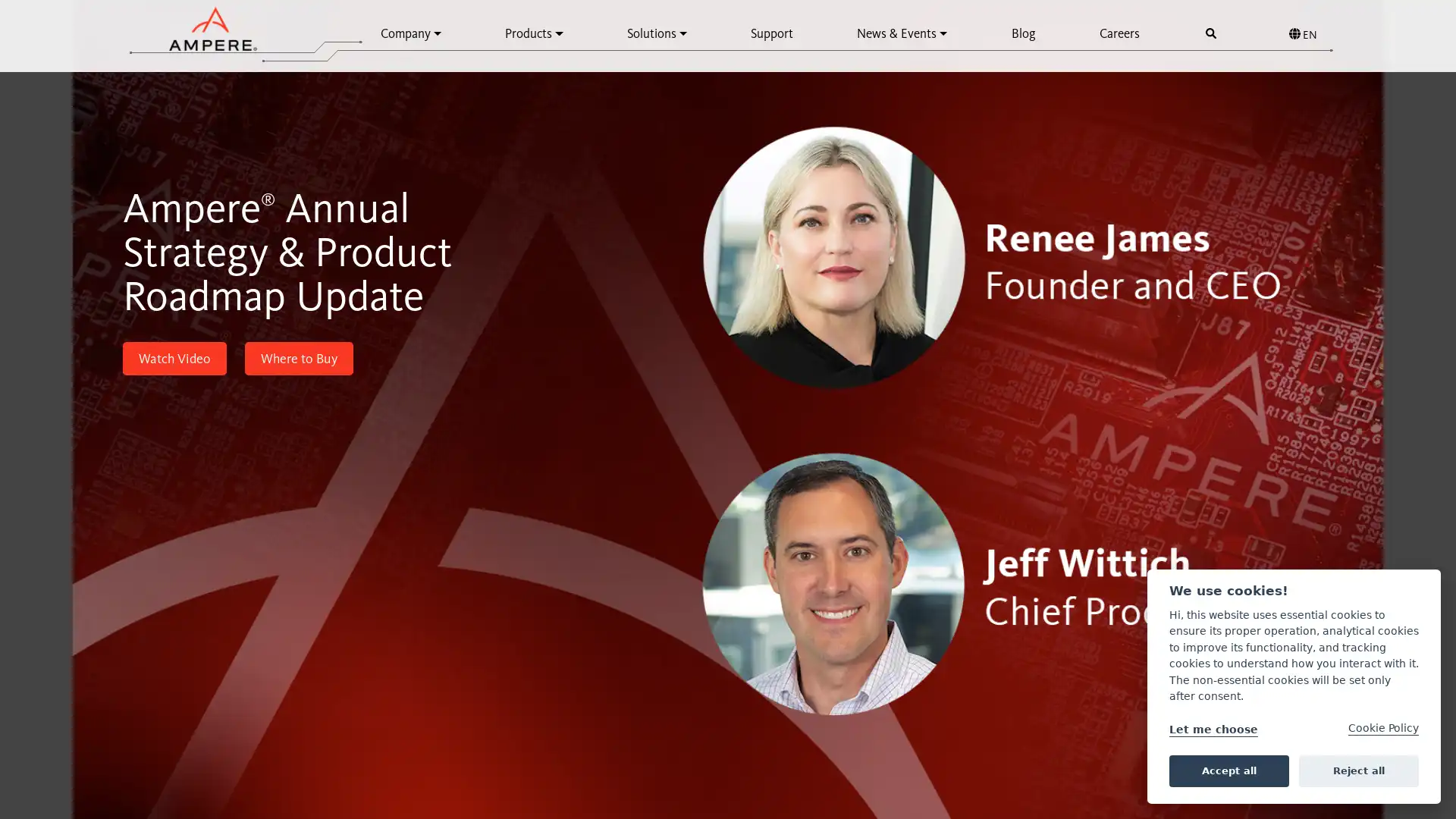  Describe the element at coordinates (174, 359) in the screenshot. I see `Watch Video` at that location.